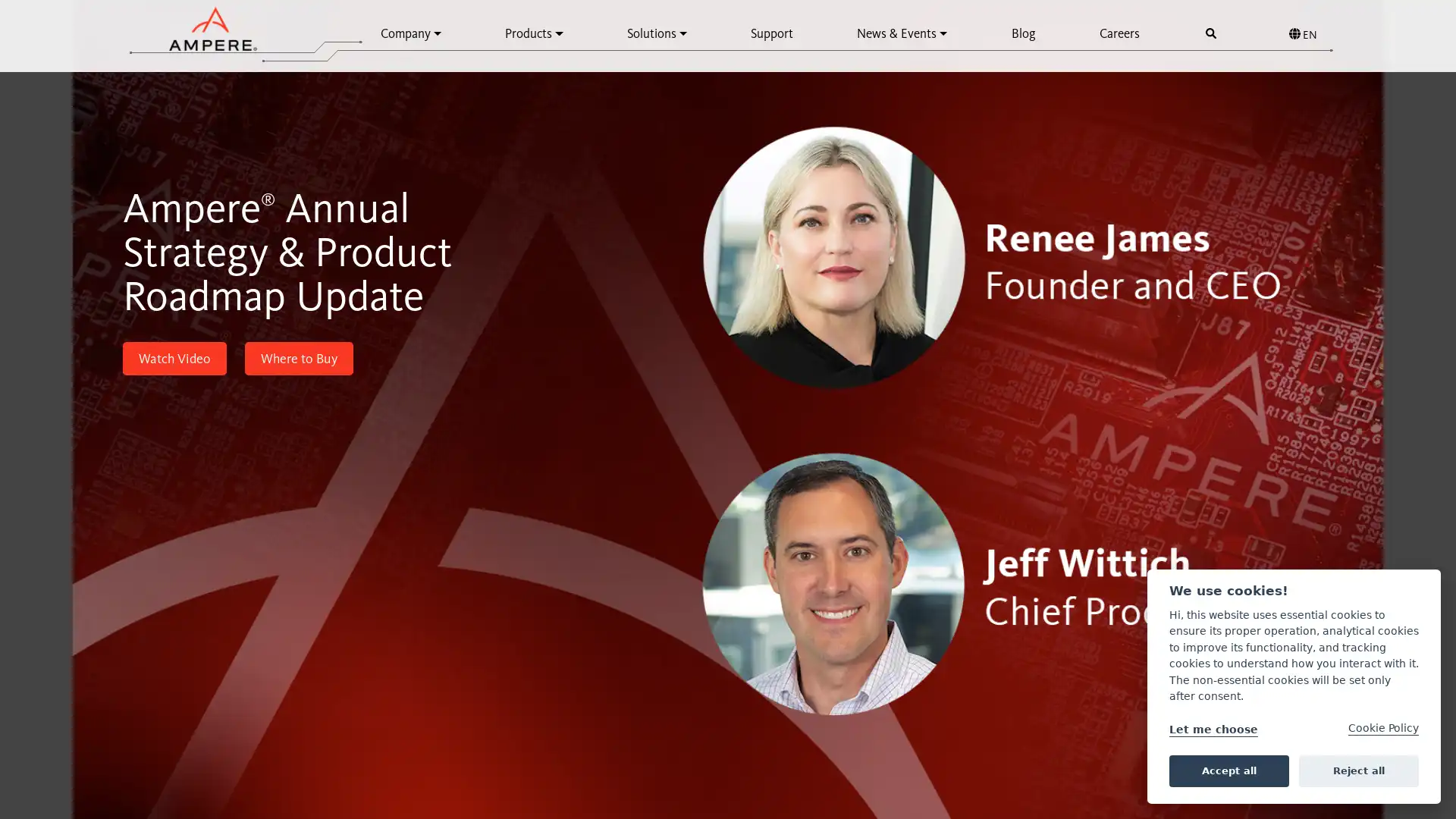  Describe the element at coordinates (174, 359) in the screenshot. I see `Watch Video` at that location.